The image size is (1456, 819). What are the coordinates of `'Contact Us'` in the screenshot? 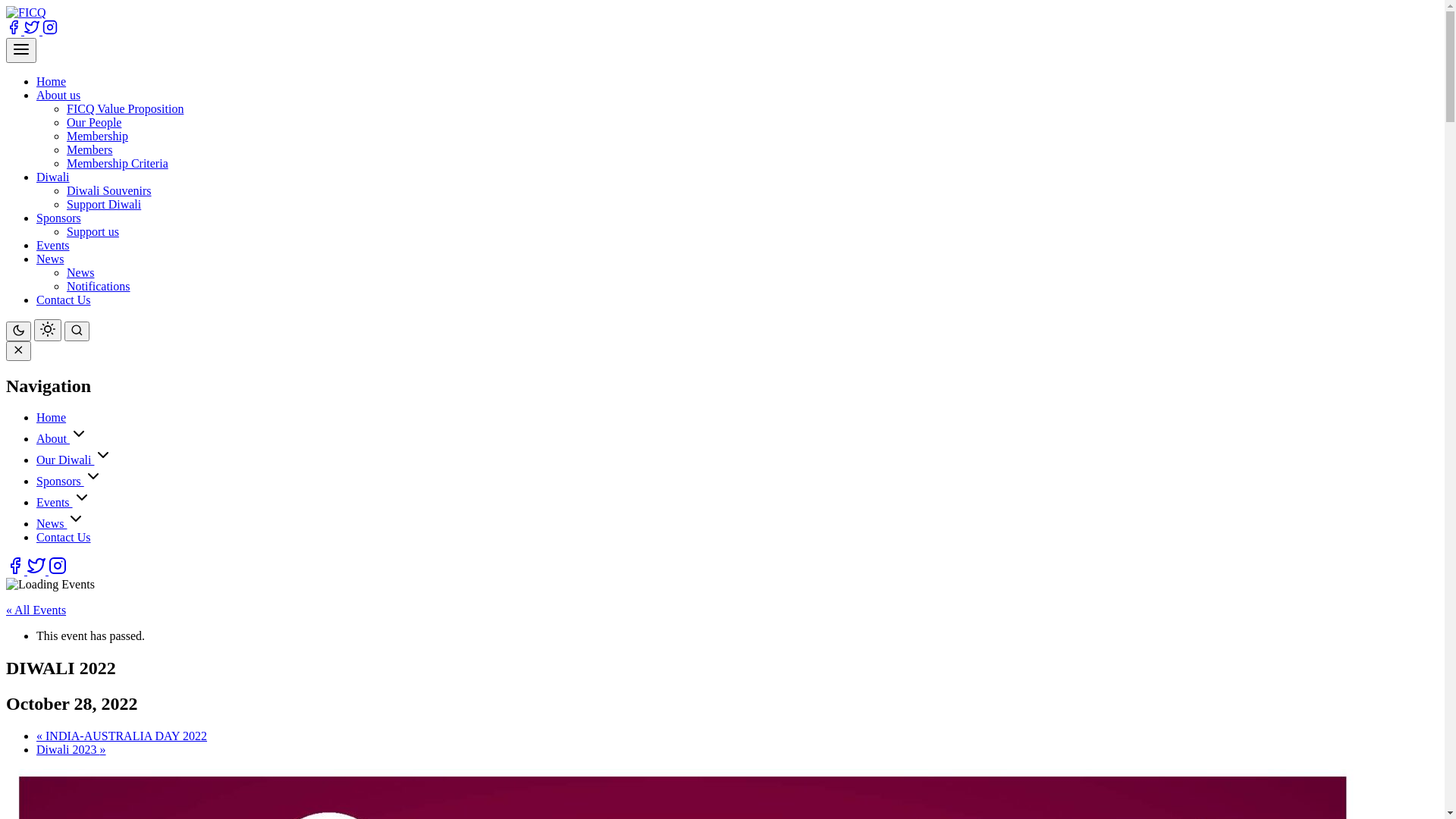 It's located at (62, 536).